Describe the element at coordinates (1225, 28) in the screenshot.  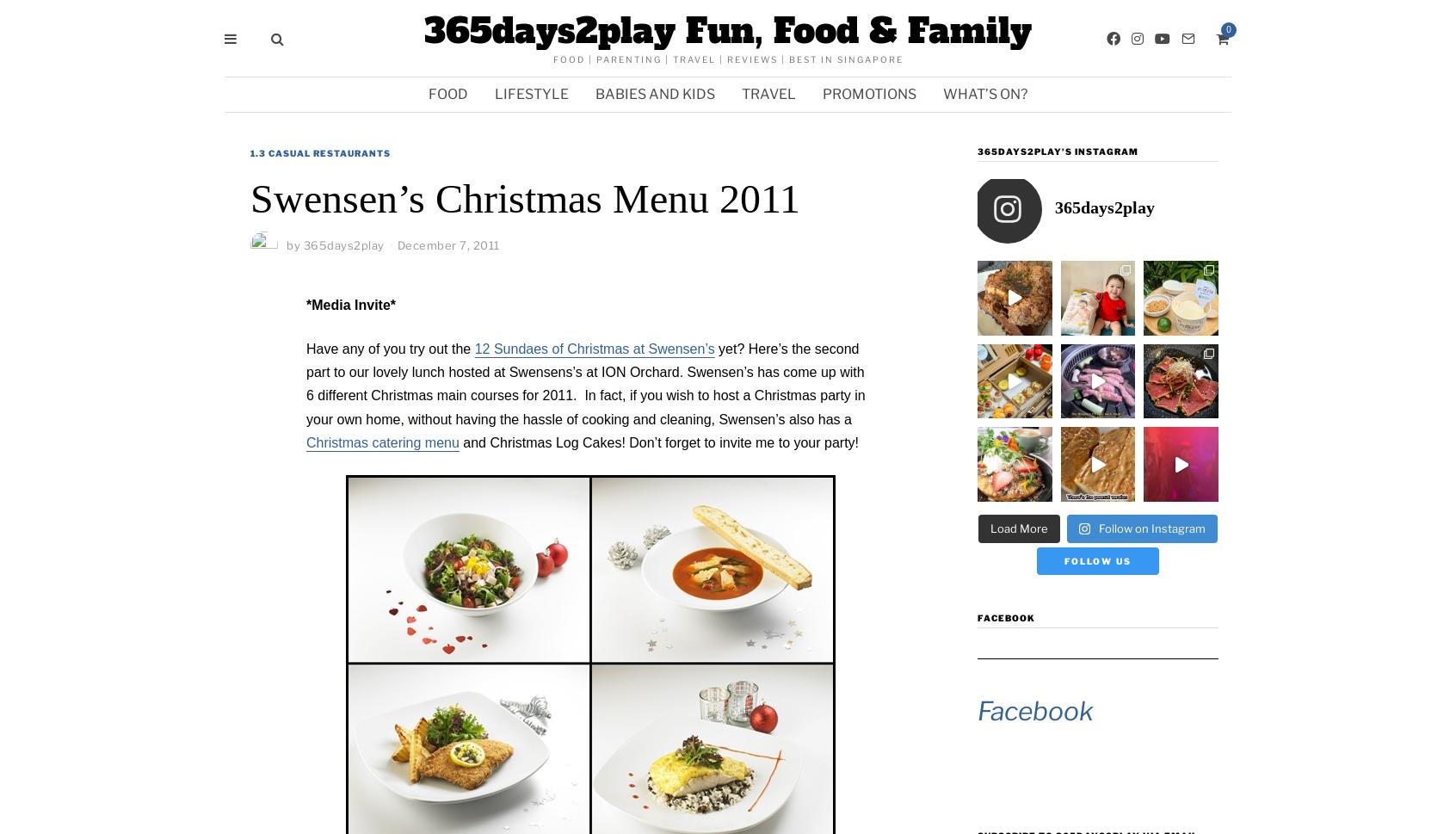
I see `'0'` at that location.